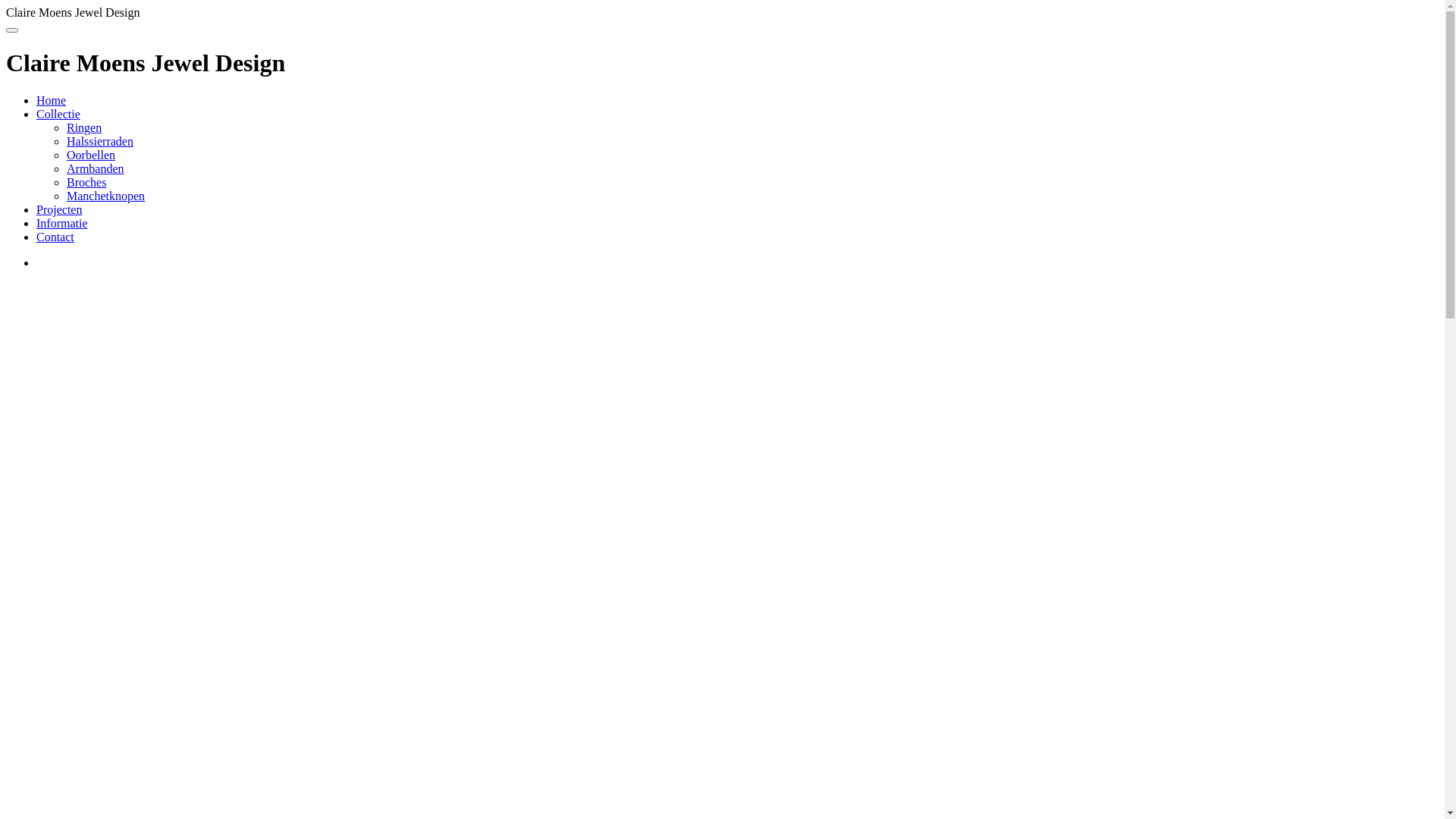  Describe the element at coordinates (86, 181) in the screenshot. I see `'Broches'` at that location.